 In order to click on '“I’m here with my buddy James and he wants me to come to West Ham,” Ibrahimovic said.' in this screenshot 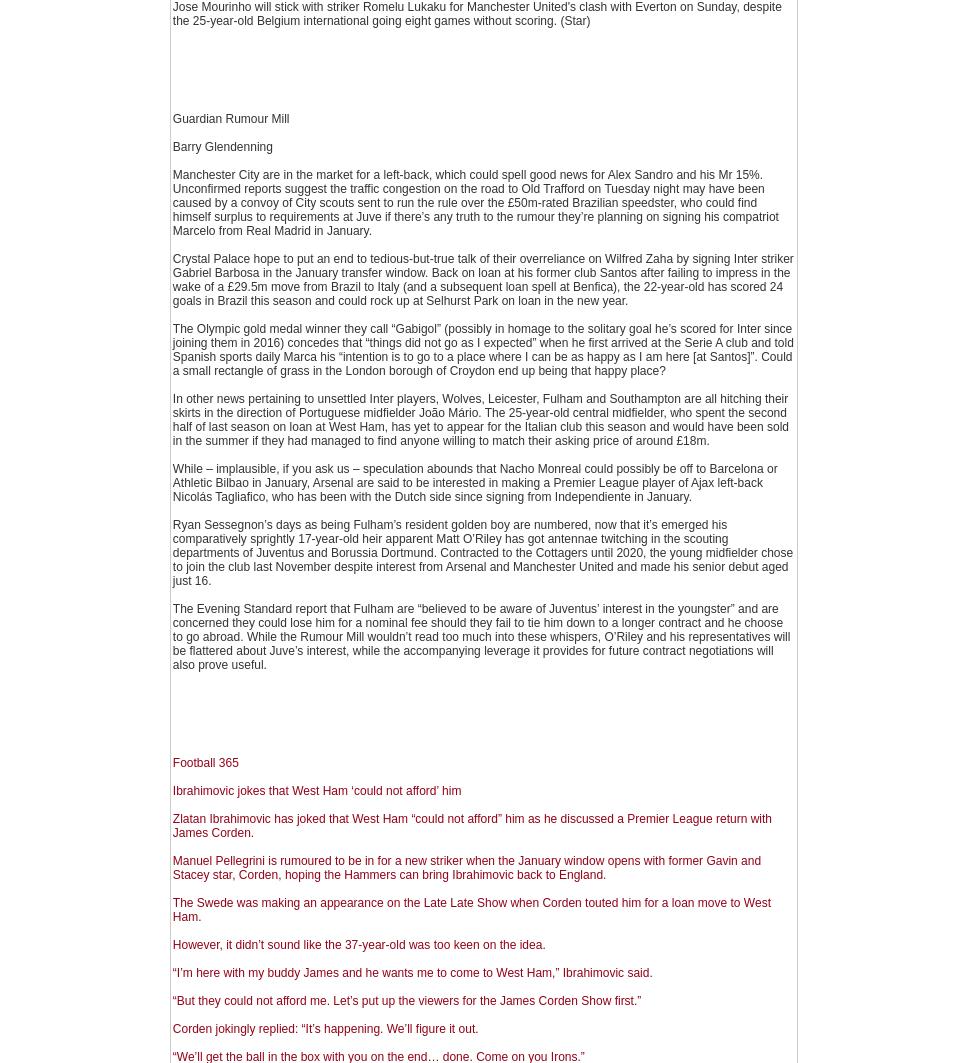, I will do `click(411, 971)`.